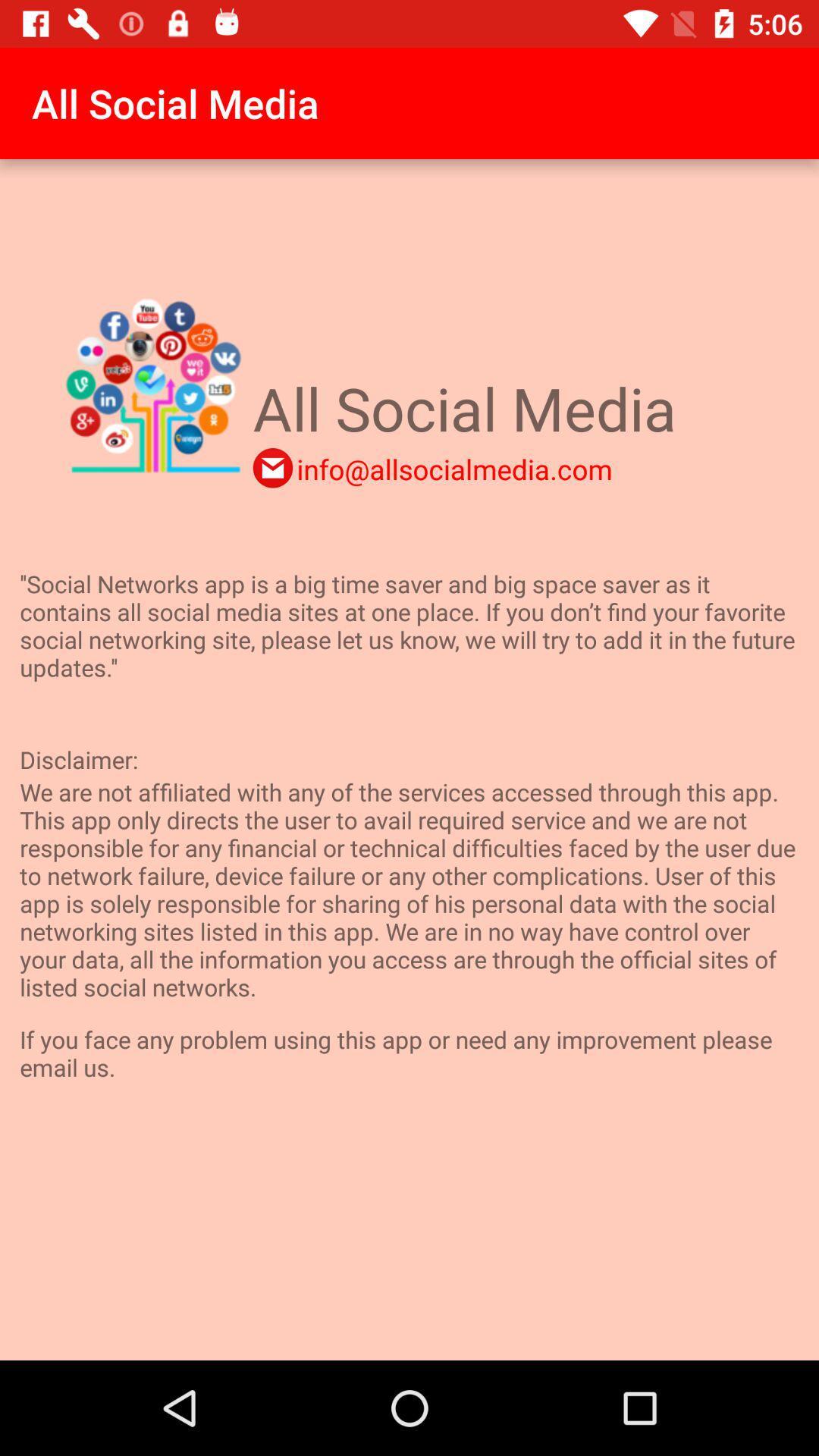 The height and width of the screenshot is (1456, 819). I want to click on the item below the all social media icon, so click(271, 467).